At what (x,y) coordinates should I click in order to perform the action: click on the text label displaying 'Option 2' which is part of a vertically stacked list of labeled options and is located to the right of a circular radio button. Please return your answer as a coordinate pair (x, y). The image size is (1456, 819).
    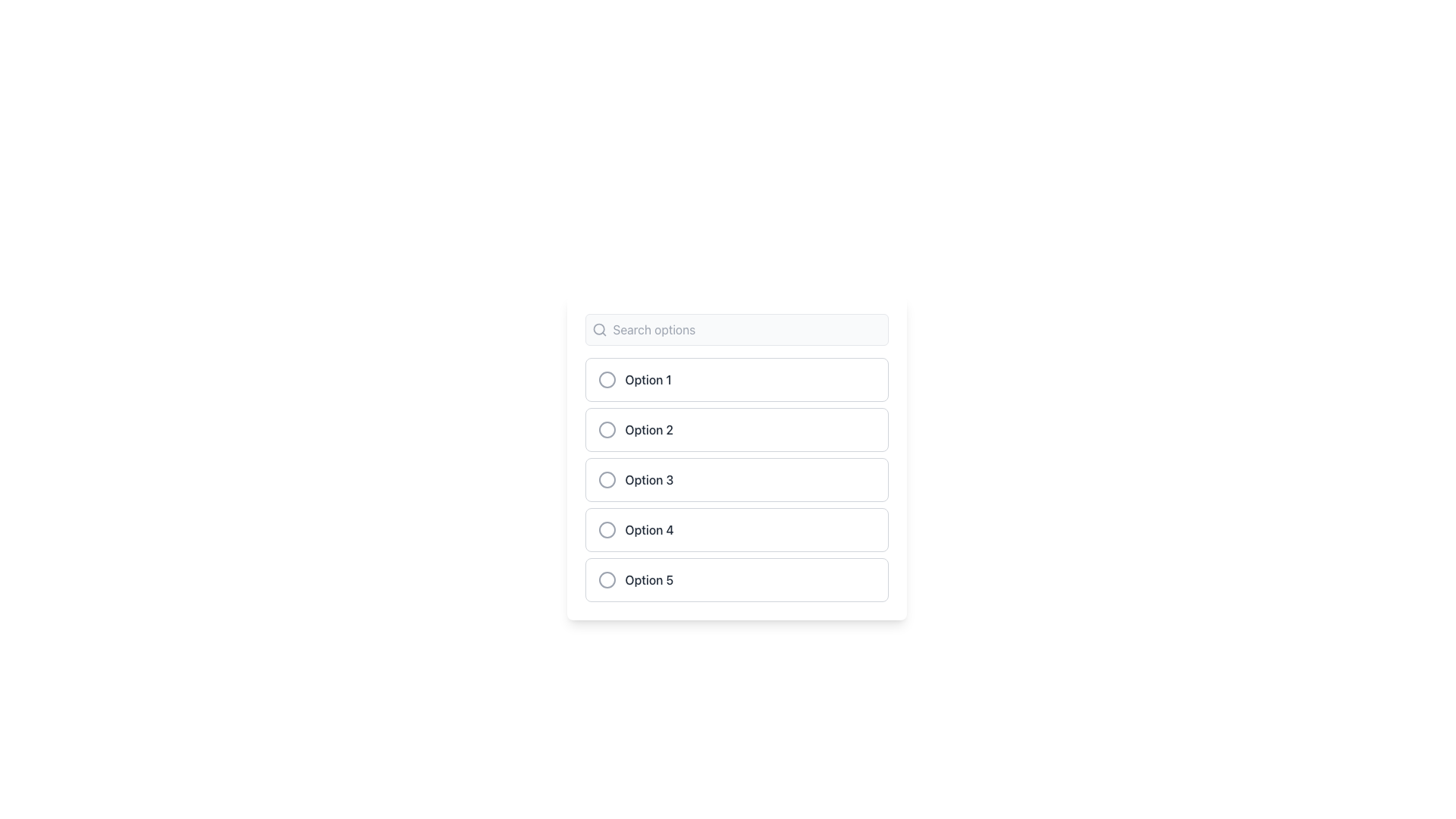
    Looking at the image, I should click on (649, 430).